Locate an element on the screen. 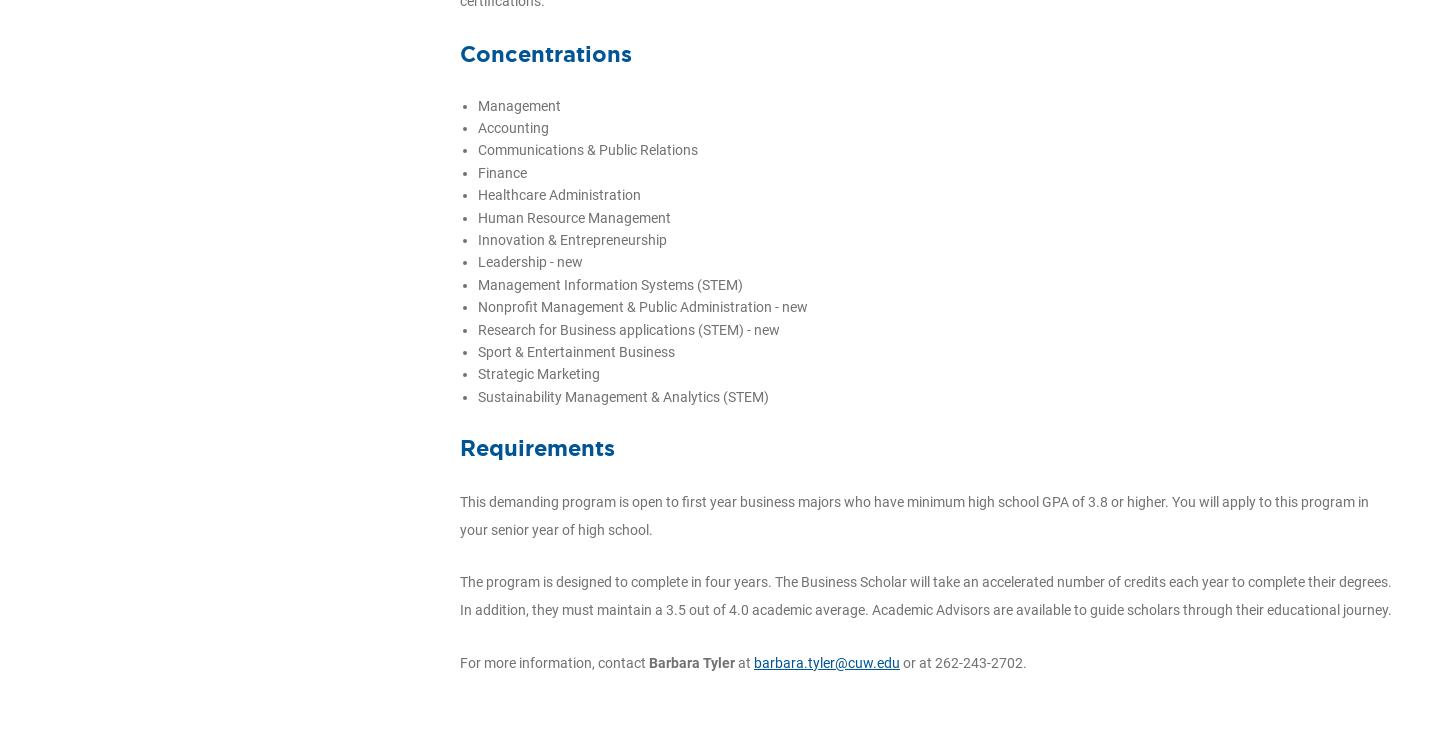  'Finance' is located at coordinates (501, 172).